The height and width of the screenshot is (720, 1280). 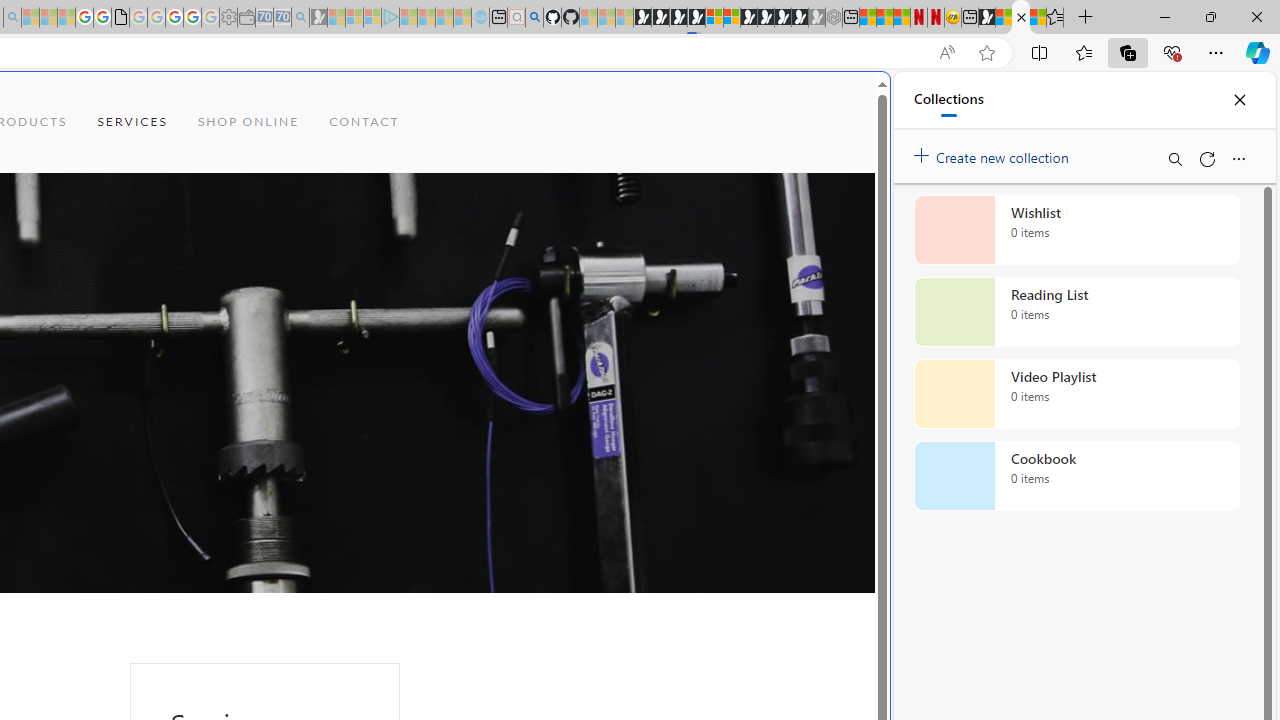 I want to click on 'Cheap Car Rentals - Save70.com - Sleeping', so click(x=281, y=17).